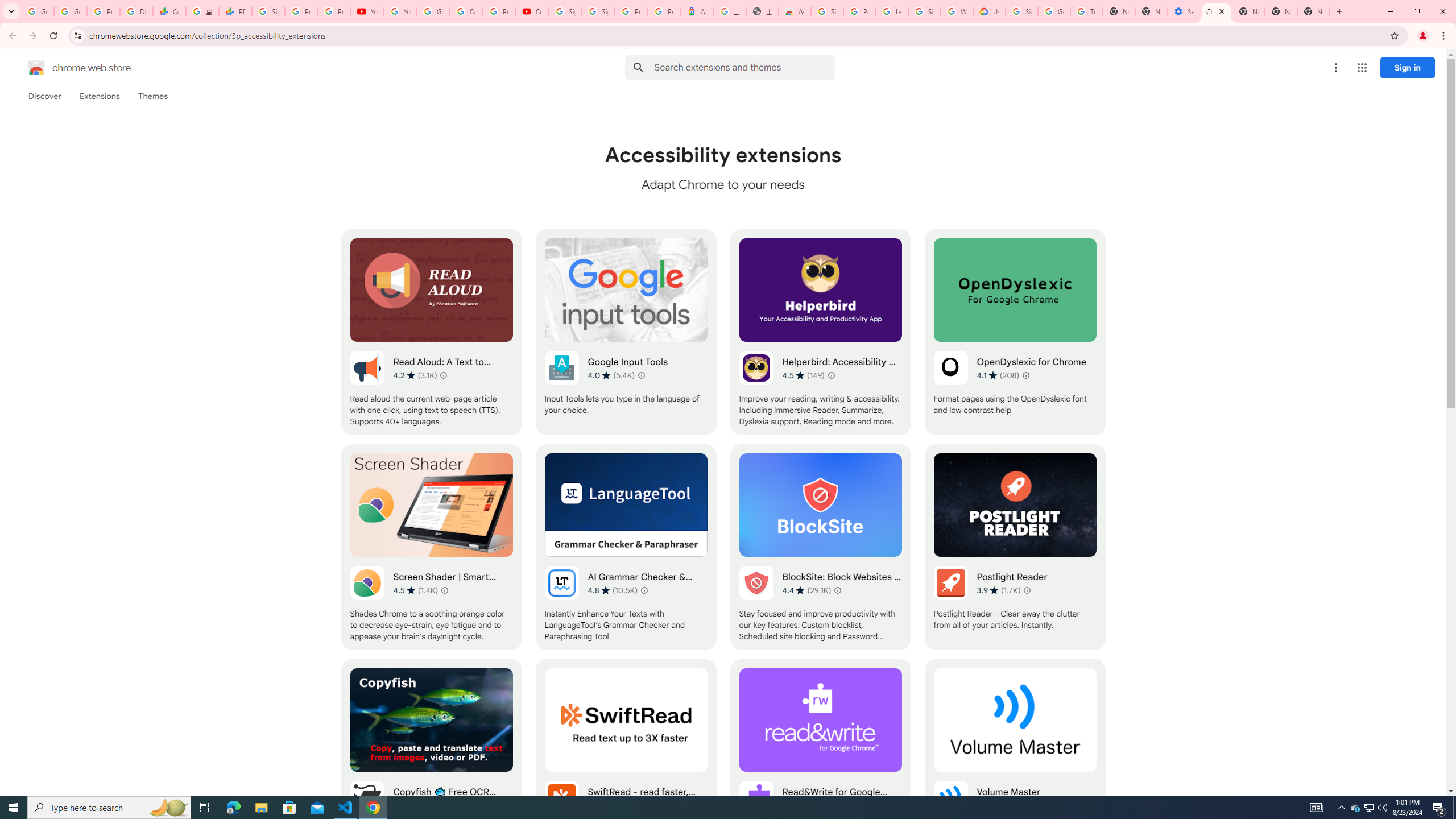 This screenshot has width=1456, height=819. Describe the element at coordinates (626, 331) in the screenshot. I see `'Google Input Tools'` at that location.